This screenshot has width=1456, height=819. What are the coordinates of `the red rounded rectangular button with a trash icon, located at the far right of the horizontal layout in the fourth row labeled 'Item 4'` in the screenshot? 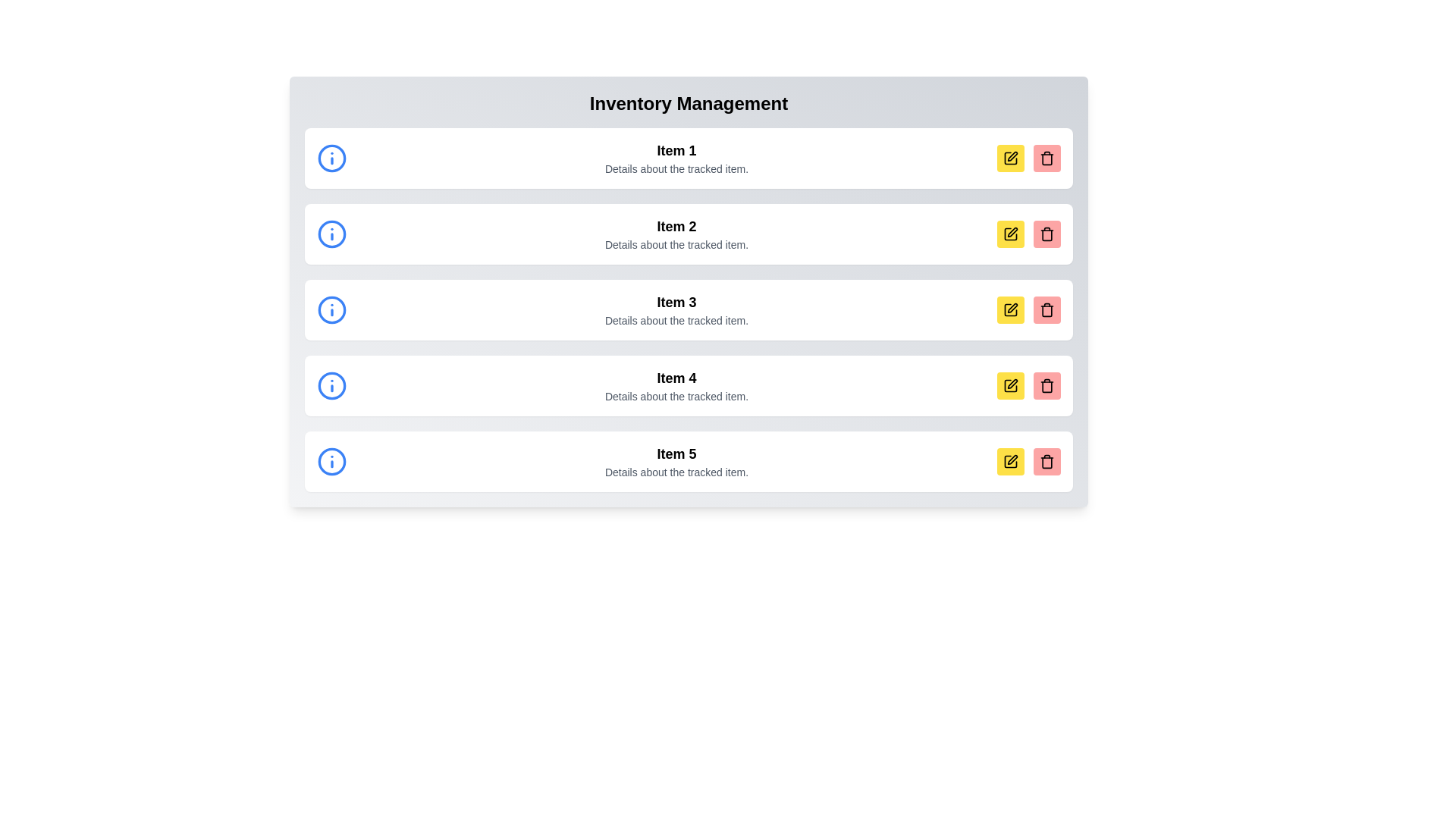 It's located at (1046, 385).